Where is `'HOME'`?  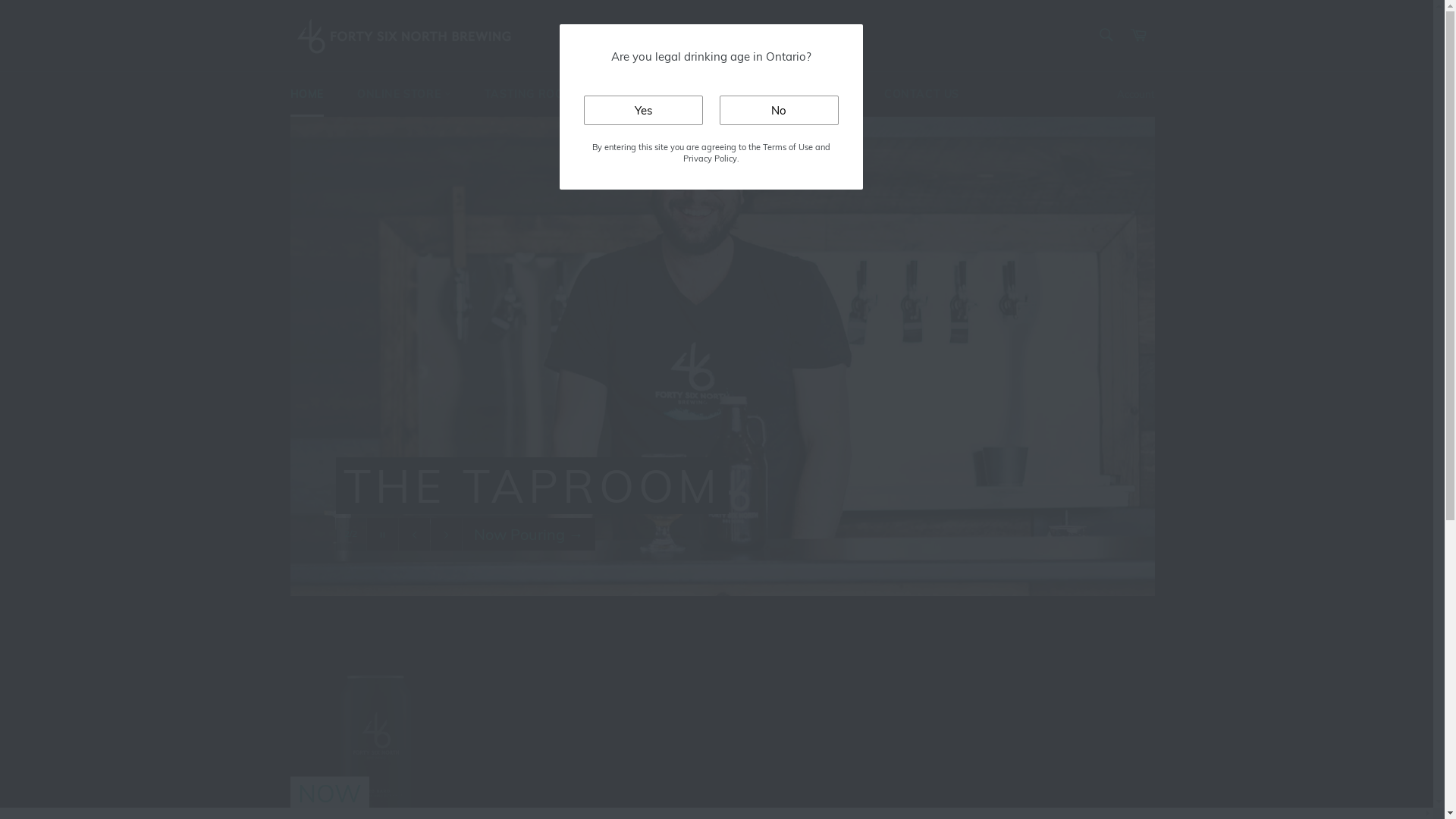
'HOME' is located at coordinates (305, 94).